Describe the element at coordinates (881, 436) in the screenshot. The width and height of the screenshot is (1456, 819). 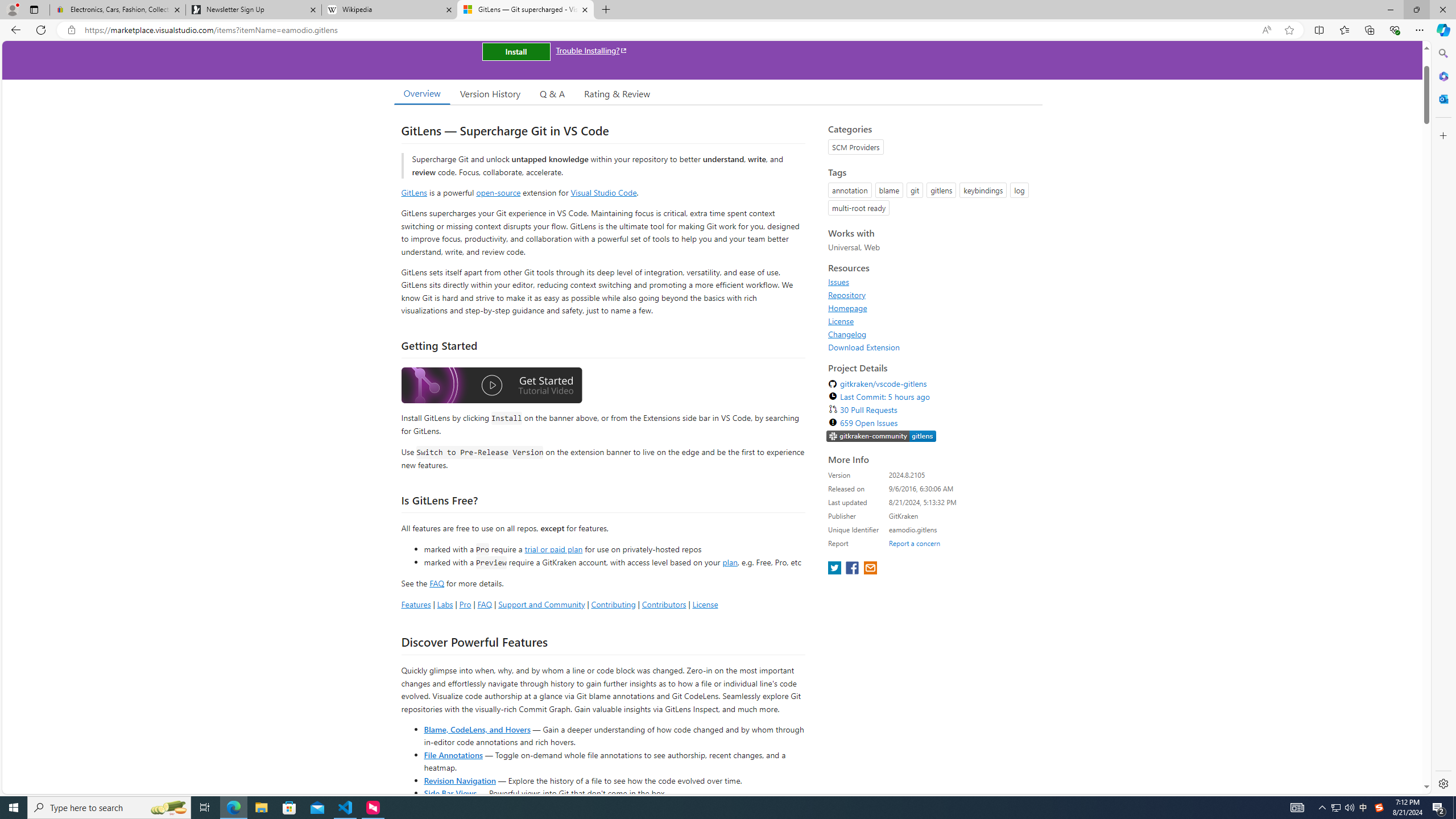
I see `'https://slack.gitkraken.com//'` at that location.